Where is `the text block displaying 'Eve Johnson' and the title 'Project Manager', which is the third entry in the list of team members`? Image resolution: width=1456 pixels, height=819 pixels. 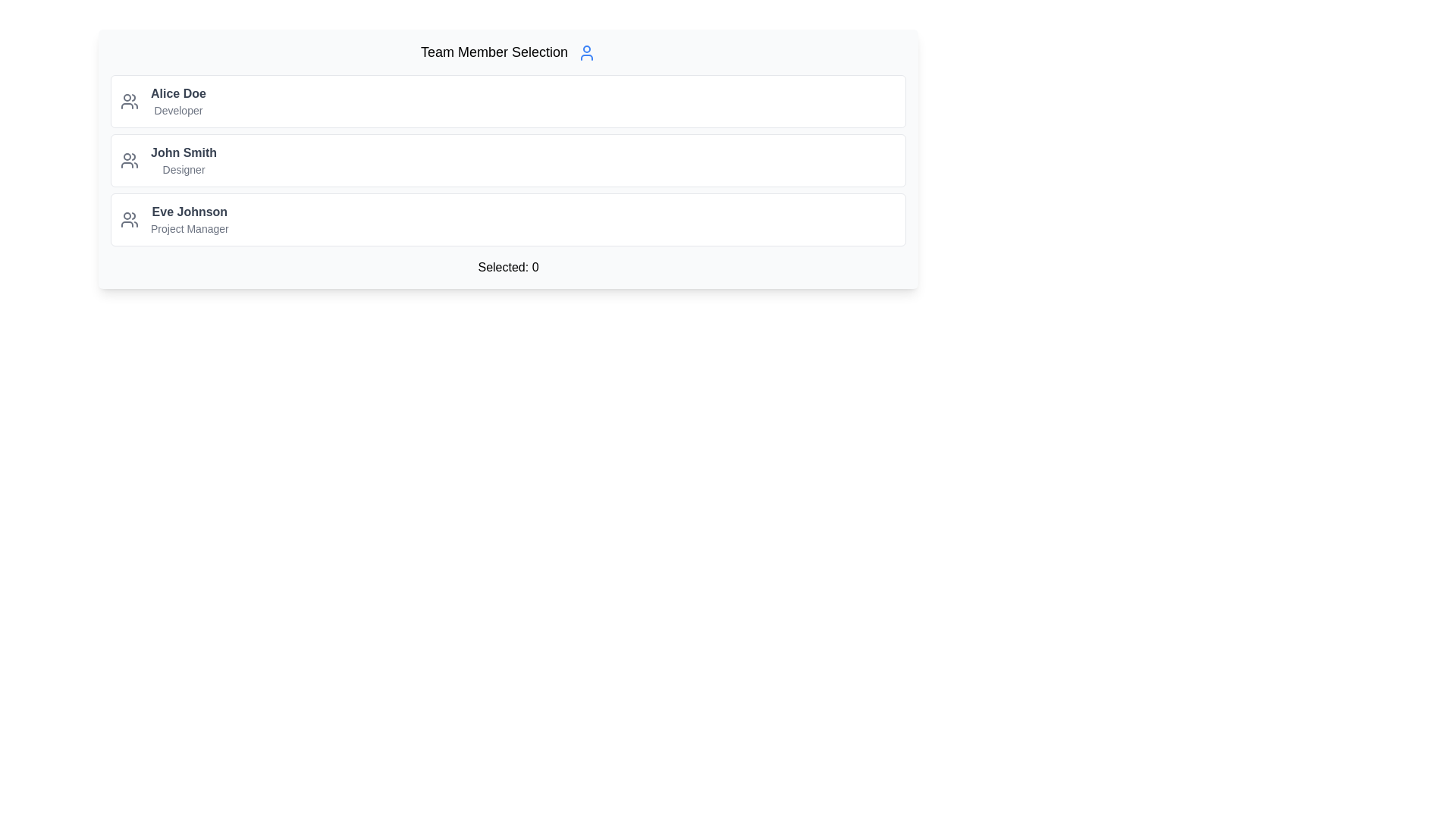 the text block displaying 'Eve Johnson' and the title 'Project Manager', which is the third entry in the list of team members is located at coordinates (189, 219).